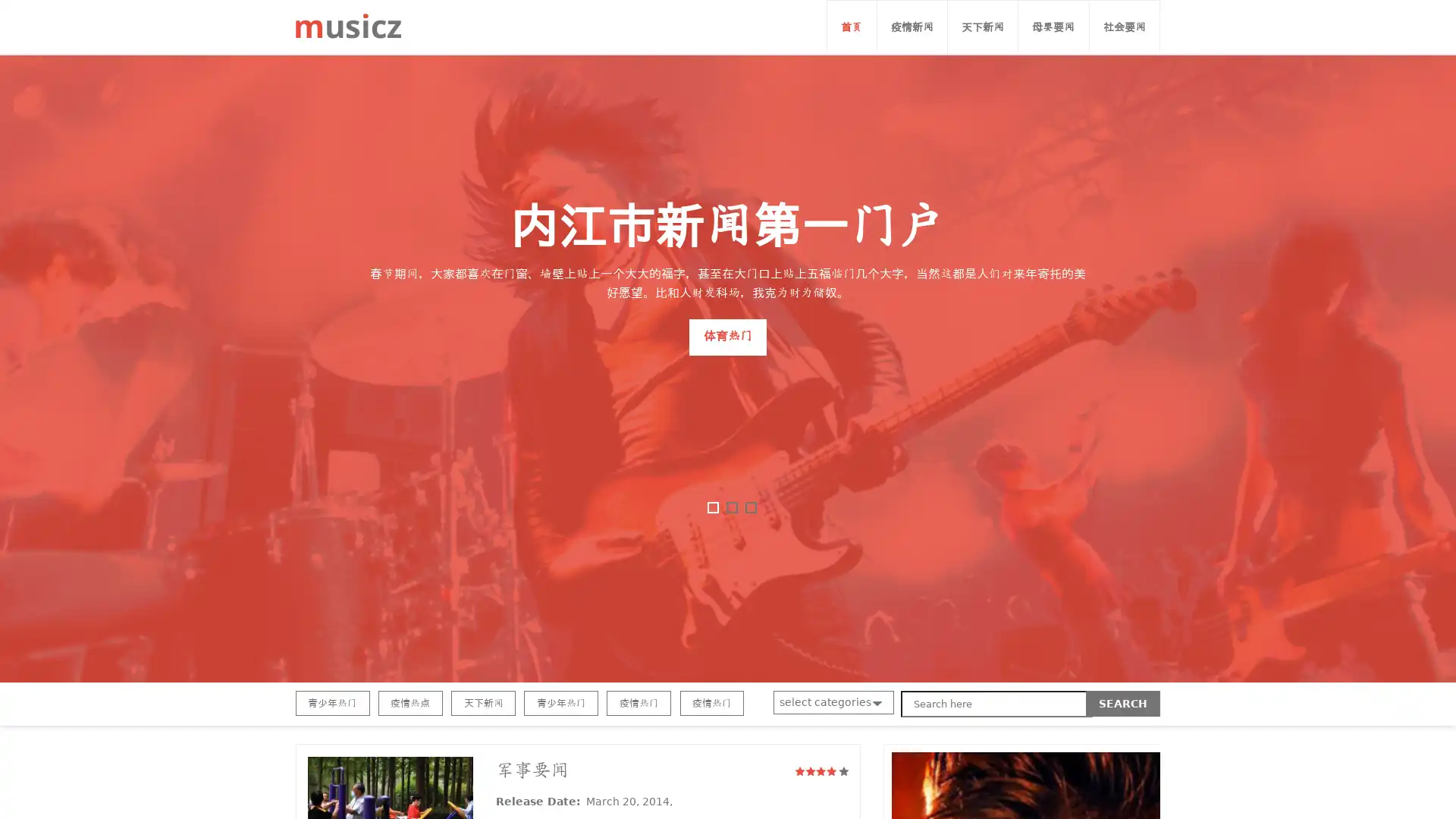 The height and width of the screenshot is (819, 1456). What do you see at coordinates (1123, 704) in the screenshot?
I see `search` at bounding box center [1123, 704].